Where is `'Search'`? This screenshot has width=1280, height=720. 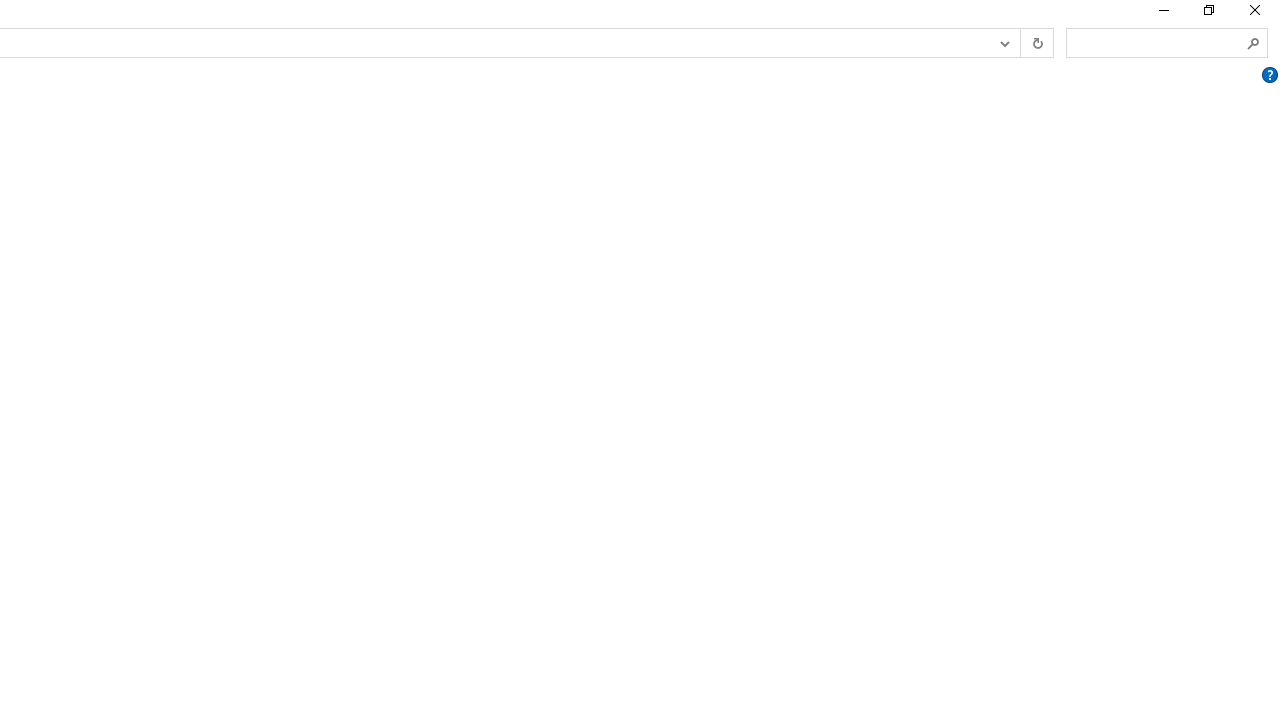 'Search' is located at coordinates (1252, 43).